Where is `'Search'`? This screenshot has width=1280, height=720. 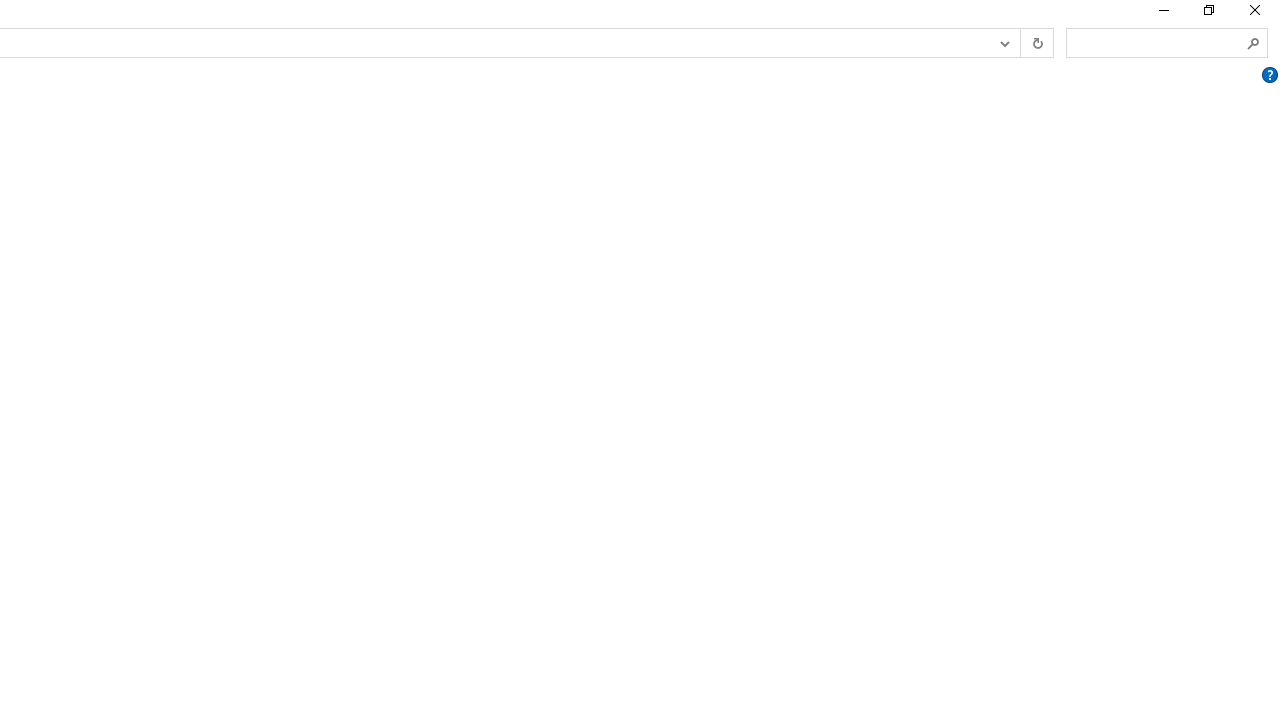 'Search' is located at coordinates (1252, 43).